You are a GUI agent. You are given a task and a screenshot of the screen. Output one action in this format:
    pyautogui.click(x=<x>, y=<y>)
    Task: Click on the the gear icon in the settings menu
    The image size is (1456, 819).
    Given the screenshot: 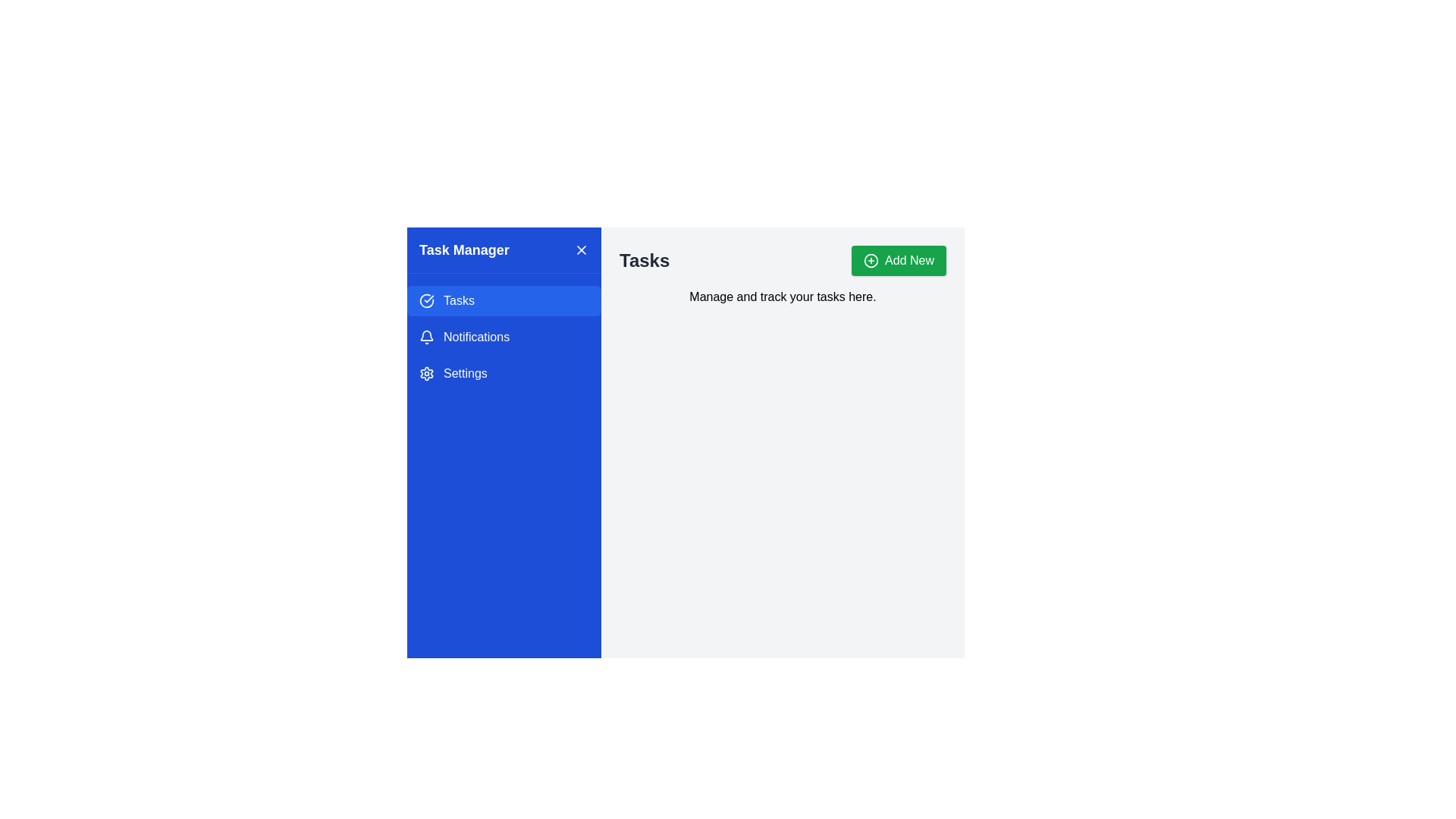 What is the action you would take?
    pyautogui.click(x=425, y=374)
    